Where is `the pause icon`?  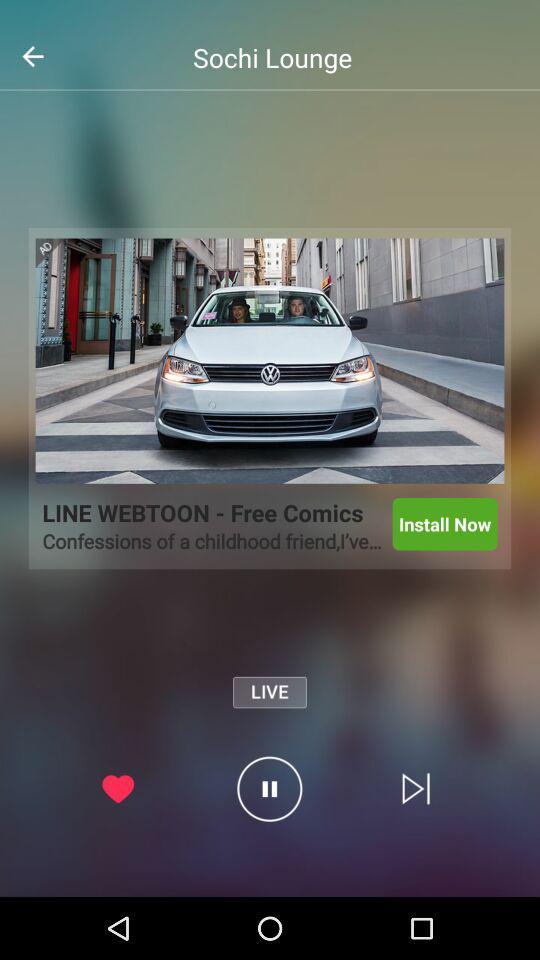
the pause icon is located at coordinates (269, 789).